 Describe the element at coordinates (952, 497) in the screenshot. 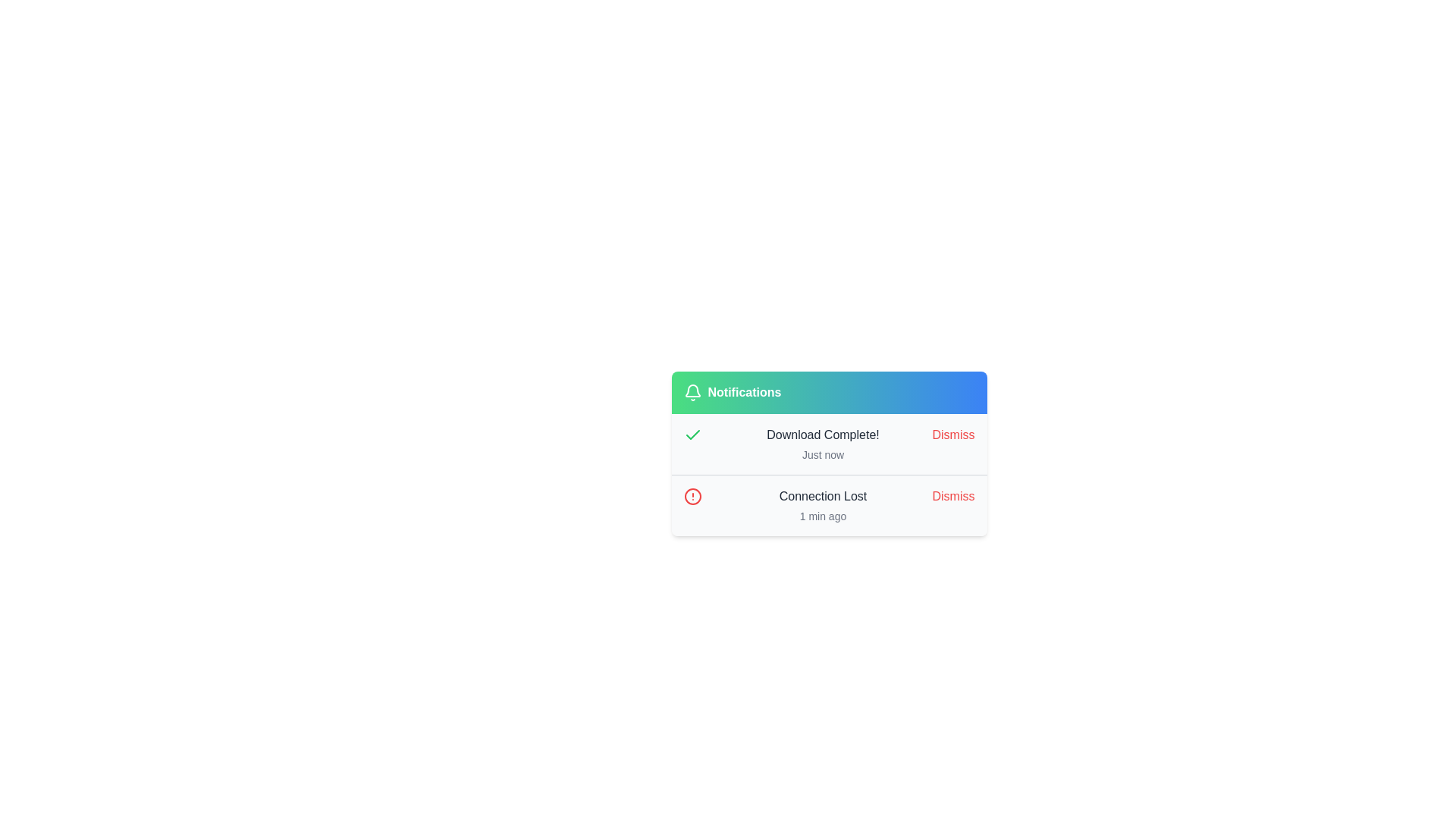

I see `the dismiss button located in the bottom-right corner of the 'Connection Lost' notification card` at that location.